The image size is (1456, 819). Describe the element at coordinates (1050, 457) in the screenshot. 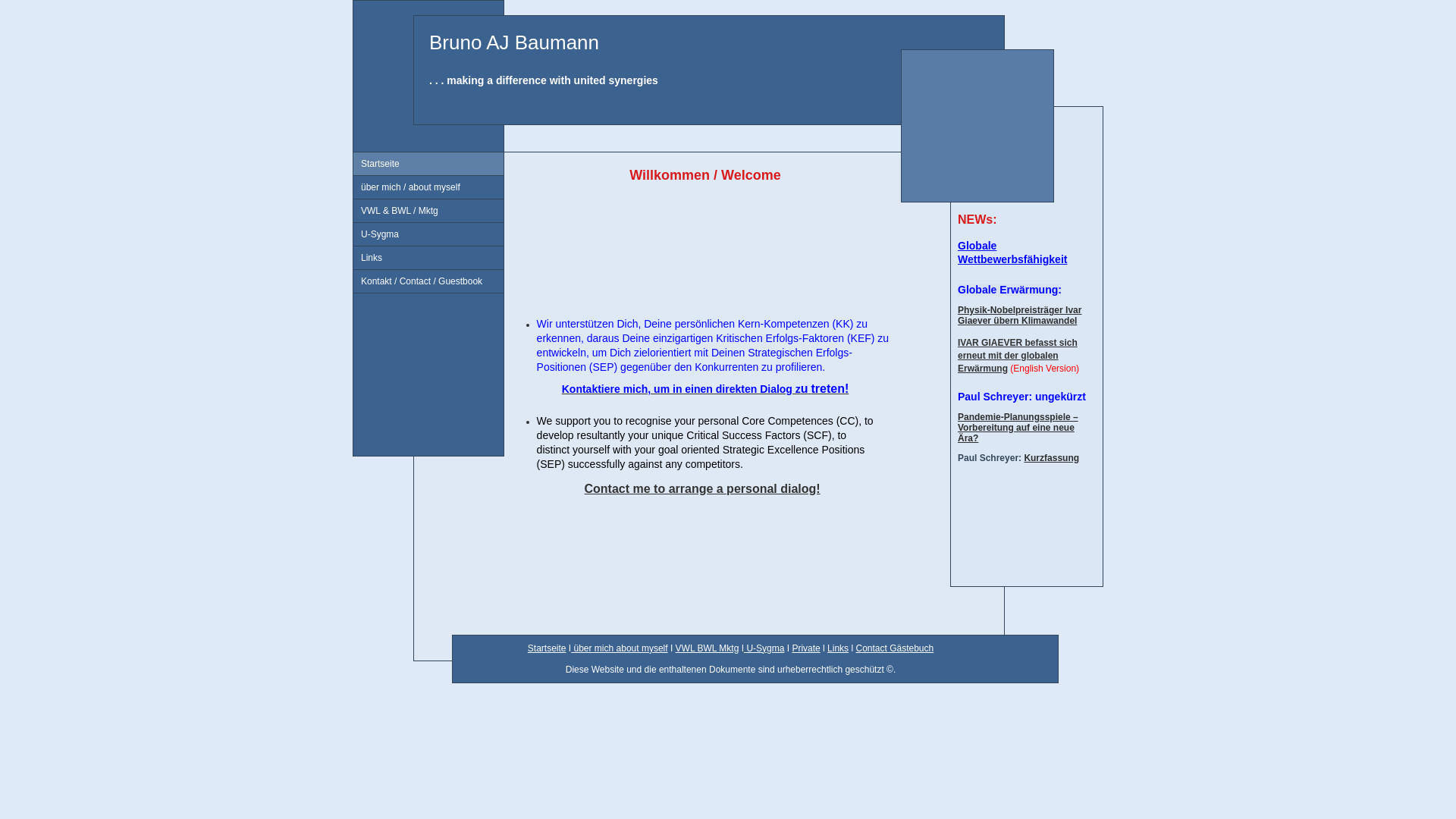

I see `'Kurzfassung'` at that location.